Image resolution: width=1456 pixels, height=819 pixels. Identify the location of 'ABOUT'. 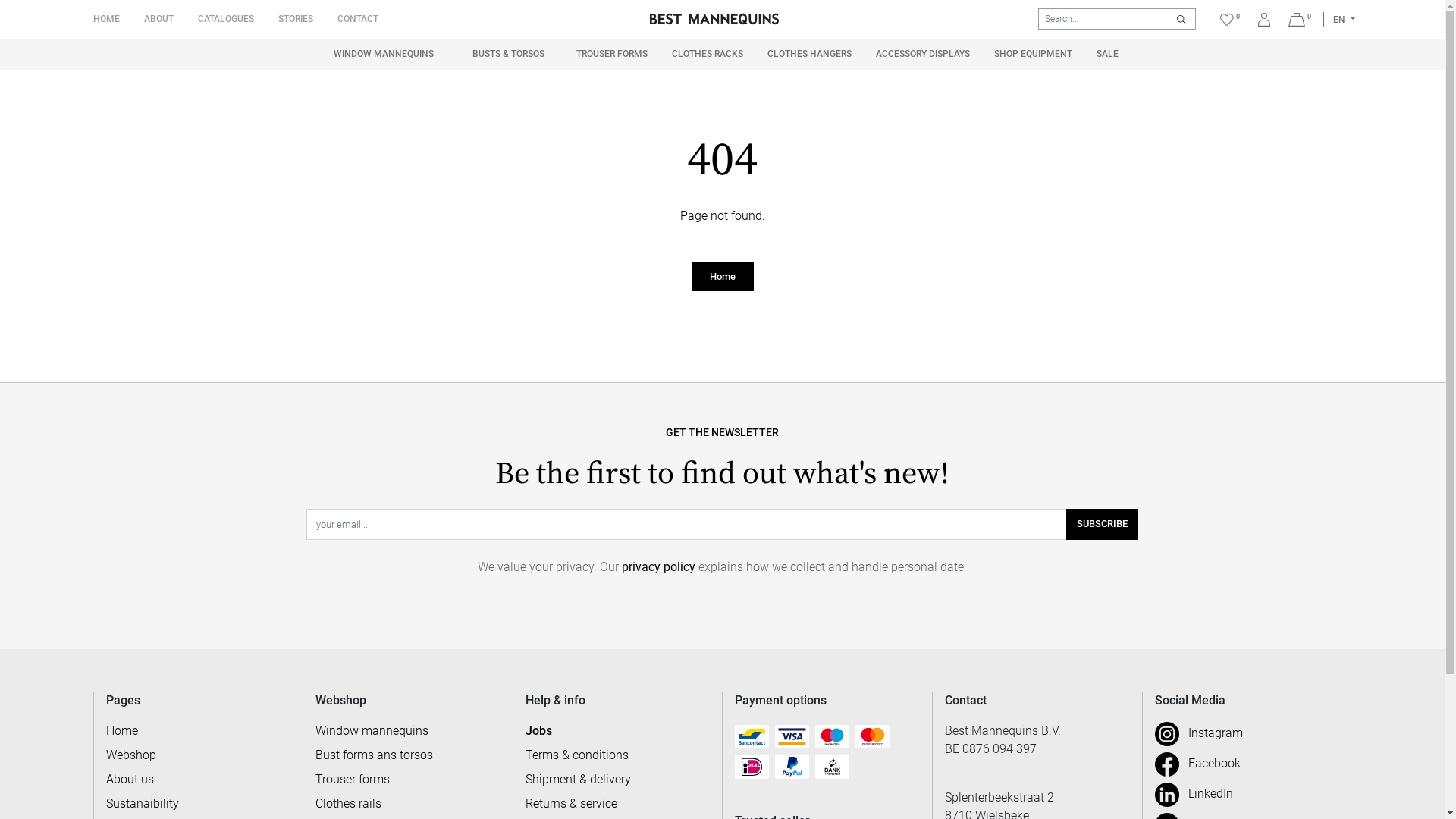
(158, 18).